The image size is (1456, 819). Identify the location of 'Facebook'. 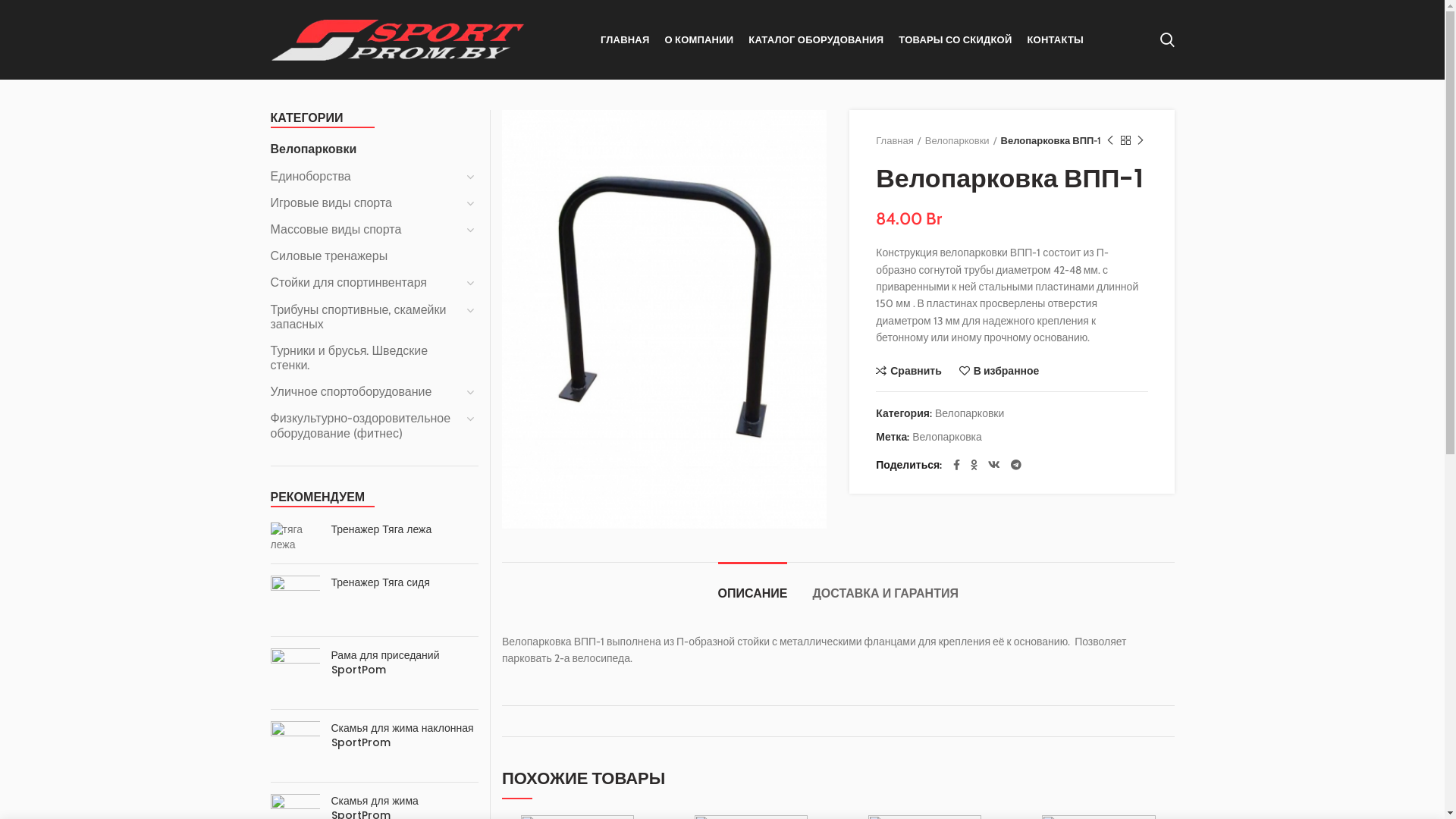
(955, 464).